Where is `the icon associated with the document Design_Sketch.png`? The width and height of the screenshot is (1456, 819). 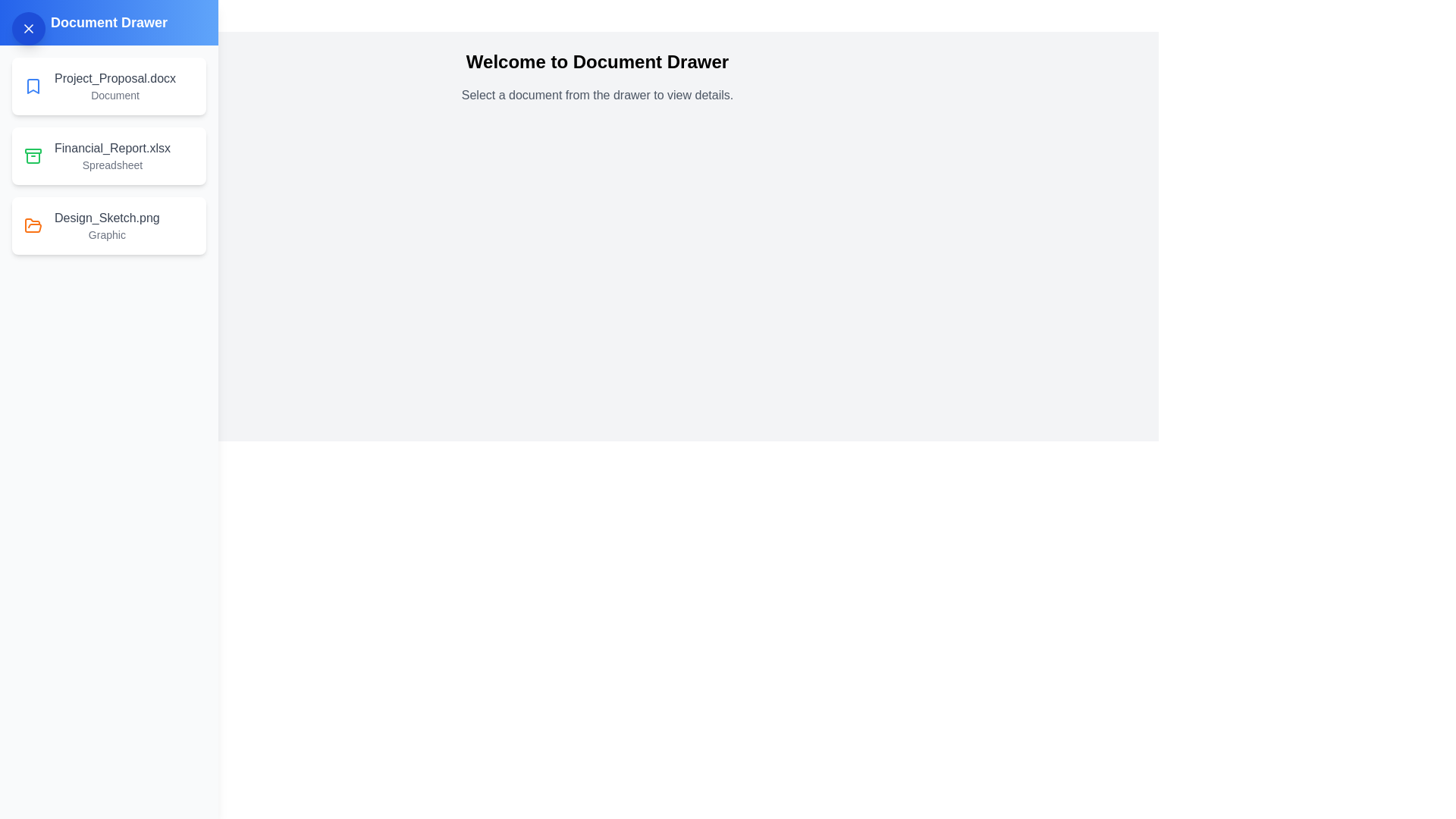 the icon associated with the document Design_Sketch.png is located at coordinates (33, 225).